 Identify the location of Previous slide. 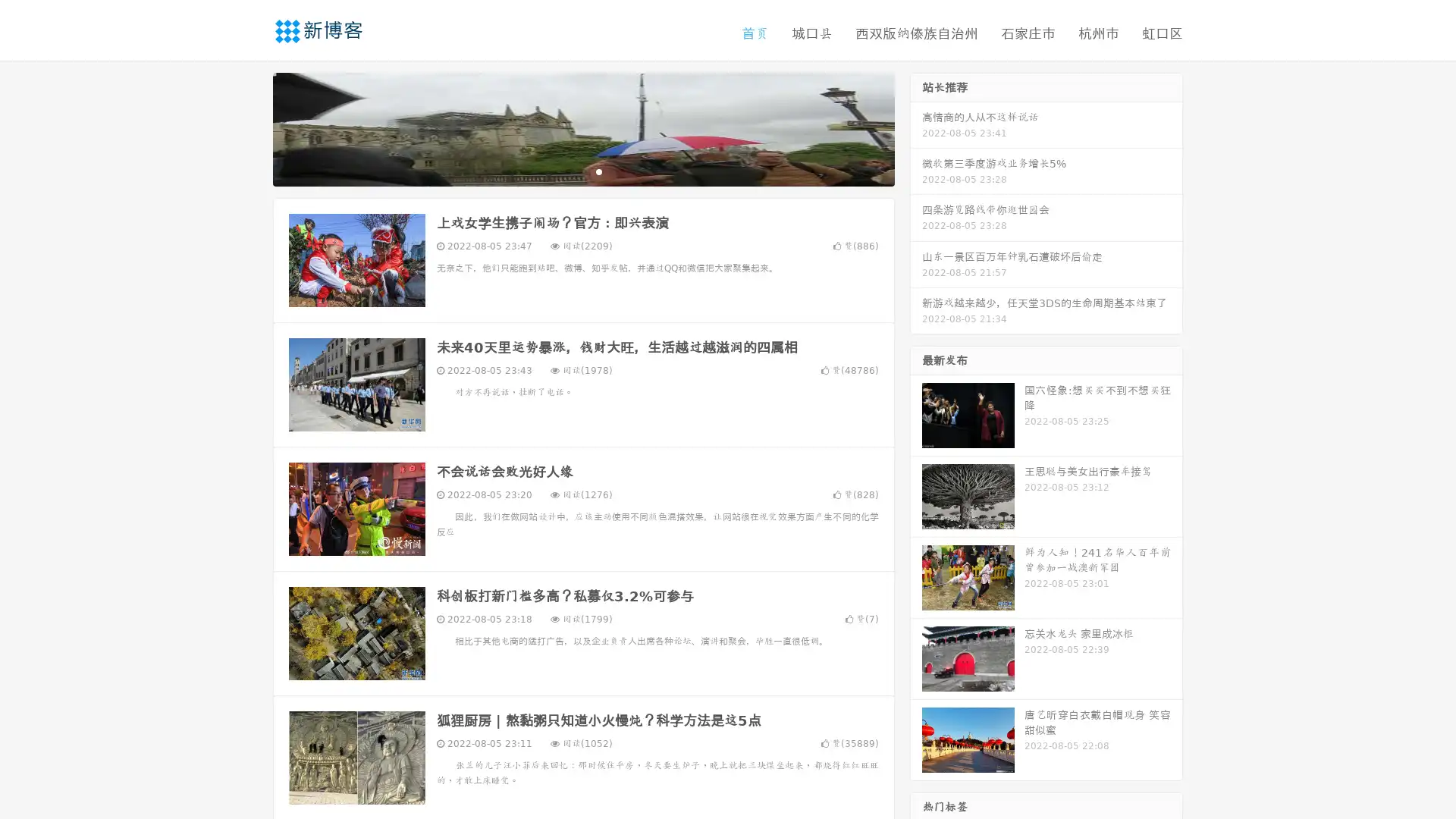
(250, 127).